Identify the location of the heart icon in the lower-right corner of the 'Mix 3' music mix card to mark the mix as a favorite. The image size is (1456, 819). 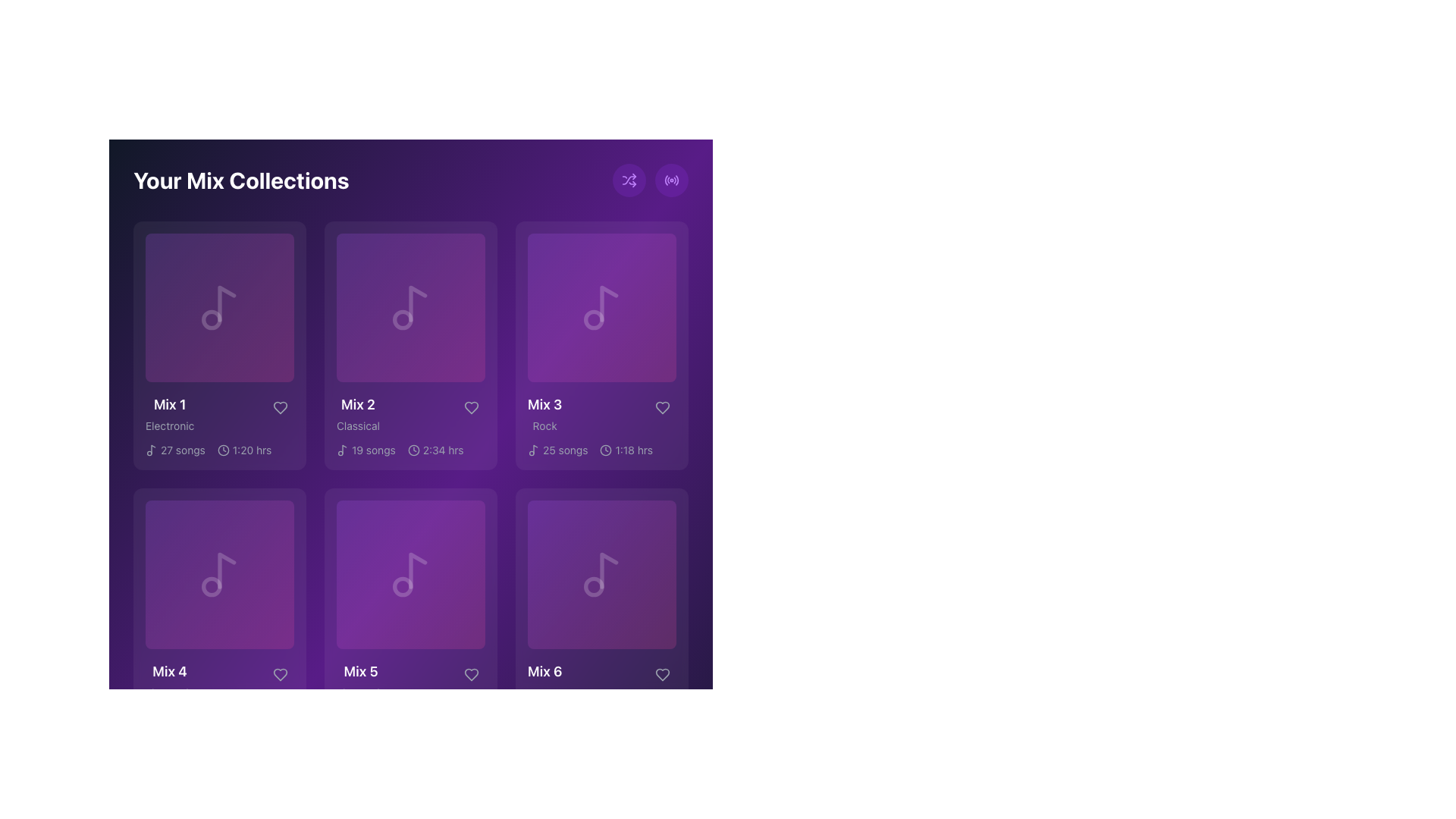
(662, 406).